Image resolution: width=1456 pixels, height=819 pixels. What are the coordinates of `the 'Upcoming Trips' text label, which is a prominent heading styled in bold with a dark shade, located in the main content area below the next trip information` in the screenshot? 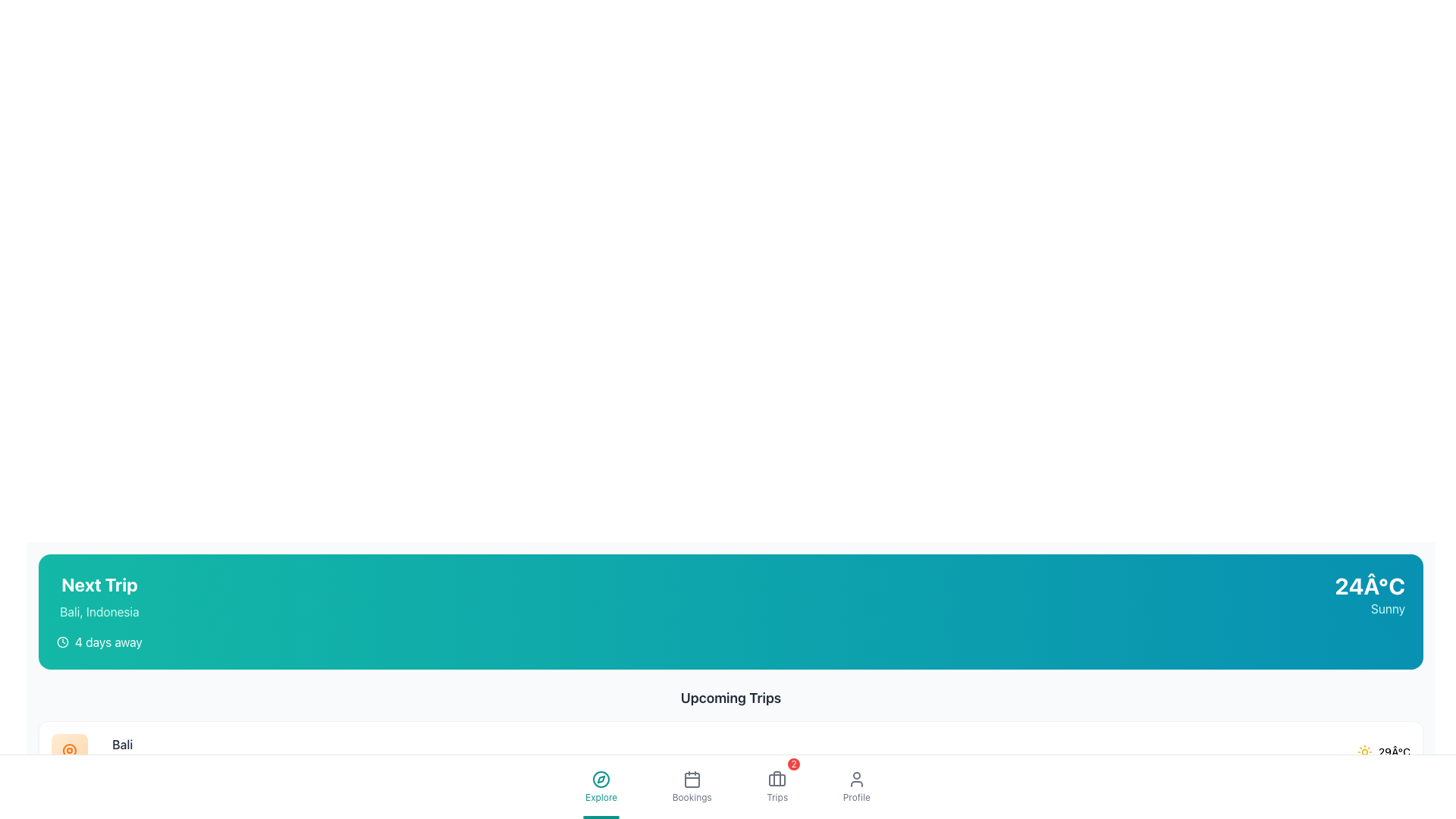 It's located at (731, 698).